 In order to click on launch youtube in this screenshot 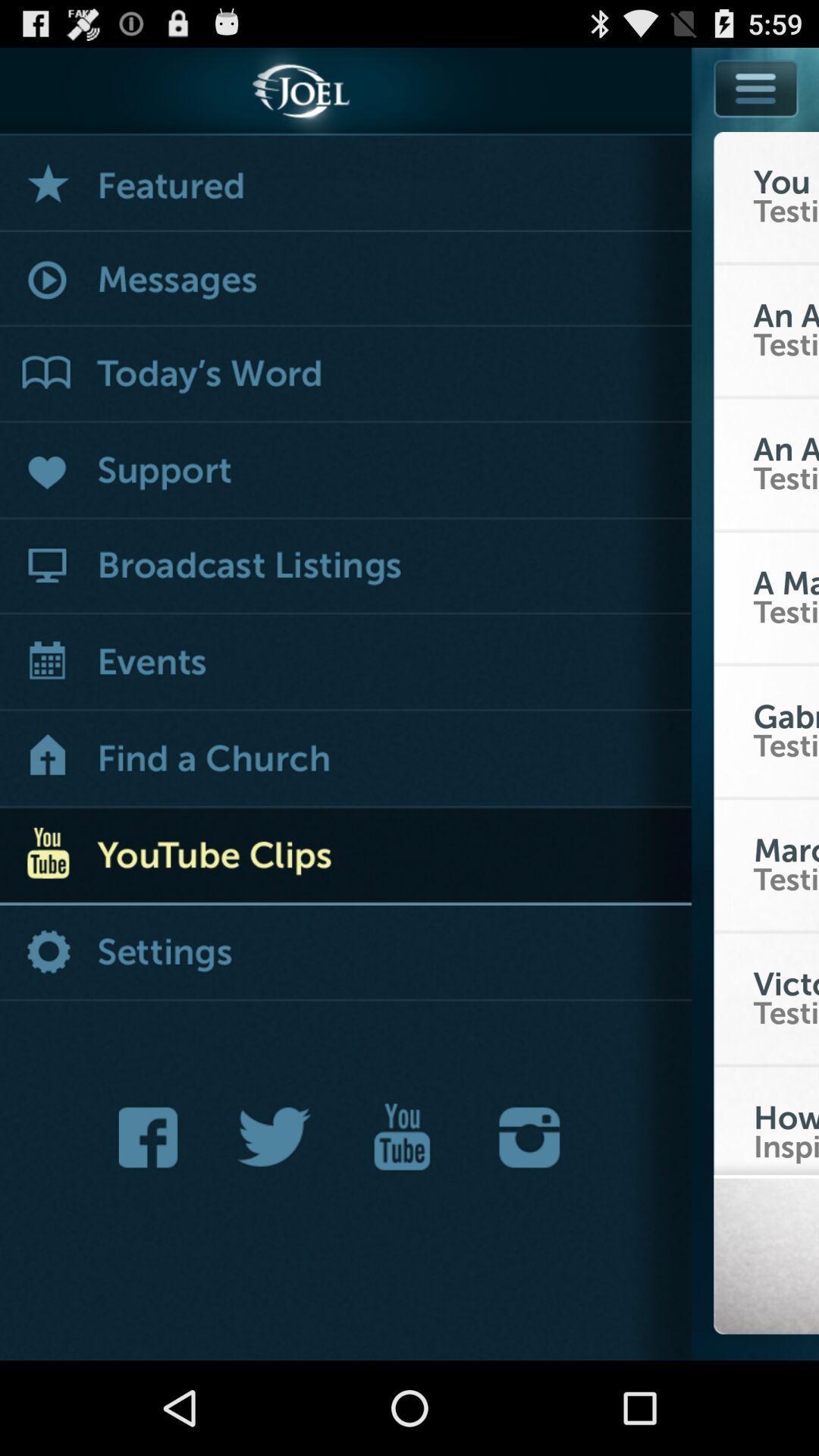, I will do `click(401, 1137)`.